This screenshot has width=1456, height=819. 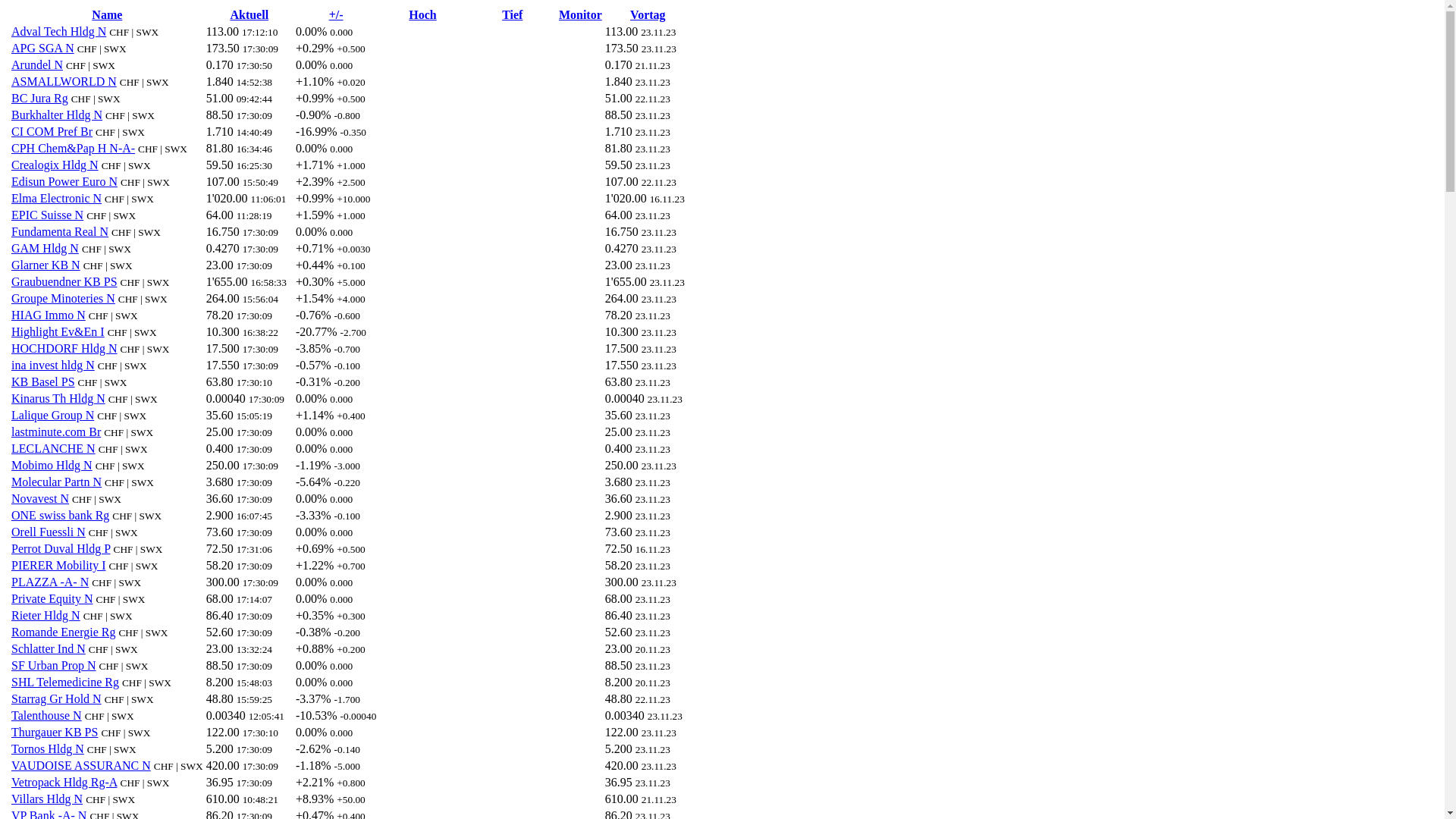 What do you see at coordinates (80, 765) in the screenshot?
I see `'VAUDOISE ASSURANC N'` at bounding box center [80, 765].